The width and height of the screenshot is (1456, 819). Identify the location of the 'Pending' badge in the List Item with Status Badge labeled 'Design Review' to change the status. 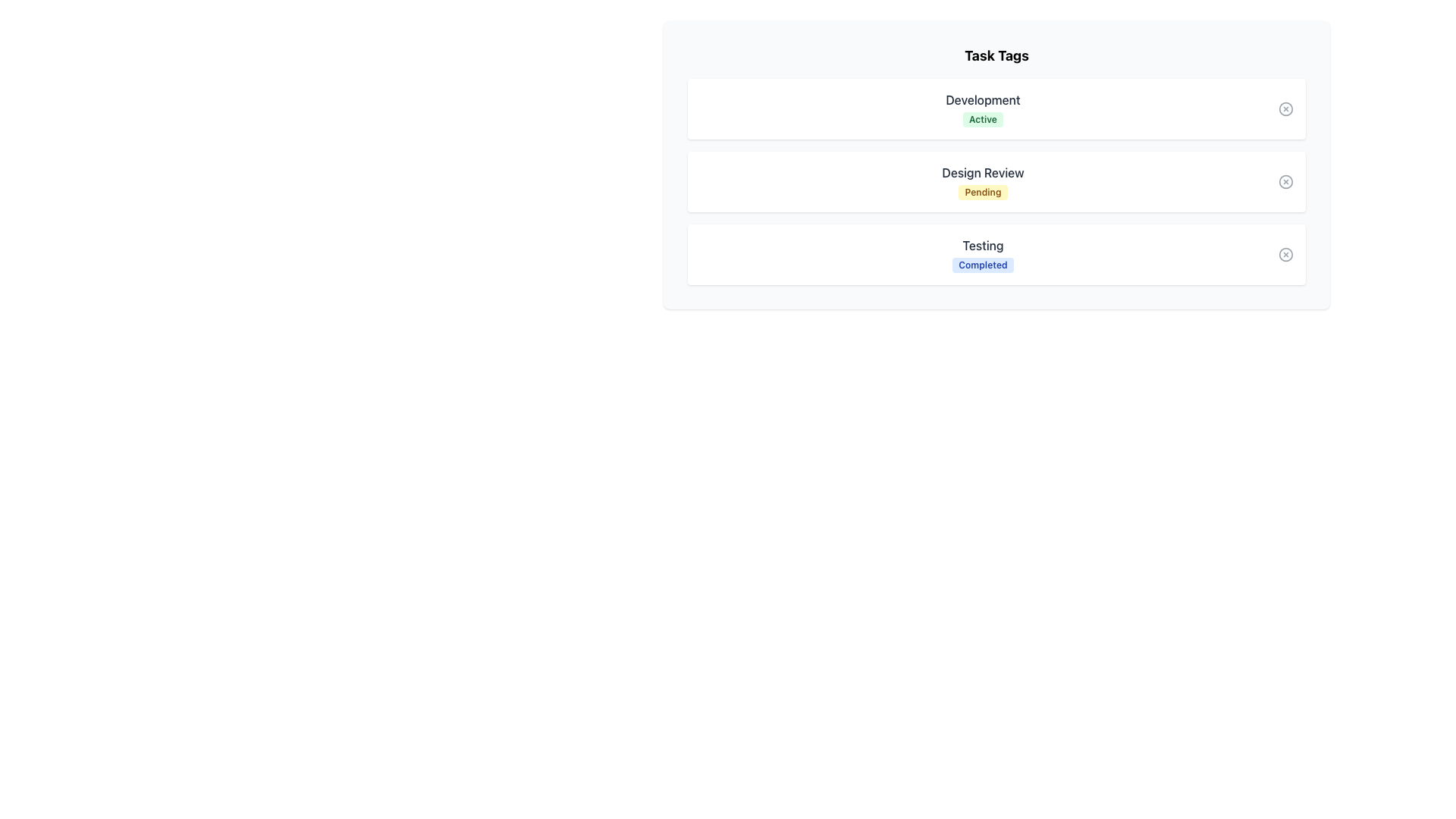
(996, 180).